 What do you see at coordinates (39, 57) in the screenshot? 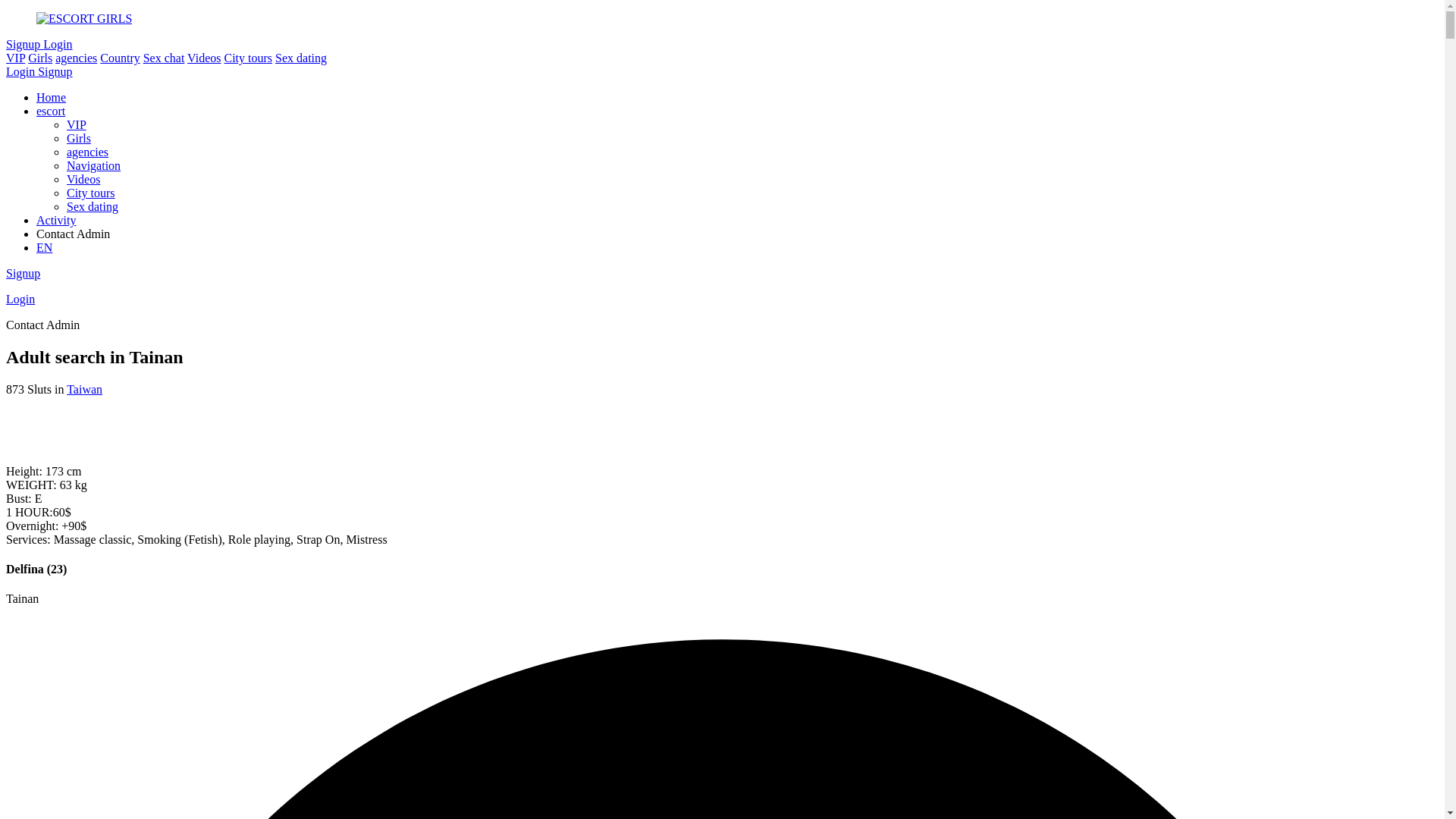
I see `'Girls'` at bounding box center [39, 57].